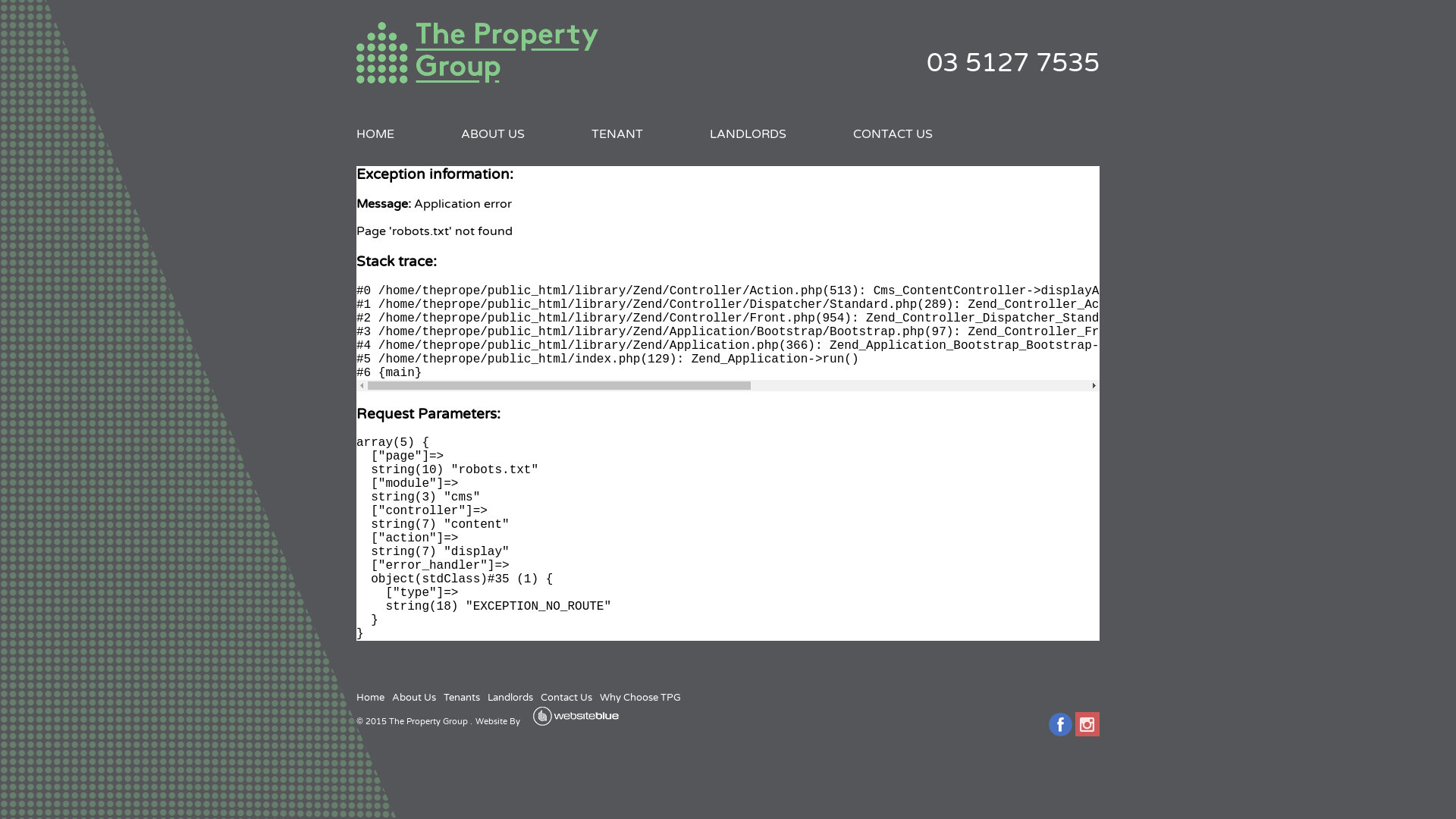 The height and width of the screenshot is (819, 1456). What do you see at coordinates (414, 698) in the screenshot?
I see `'About Us'` at bounding box center [414, 698].